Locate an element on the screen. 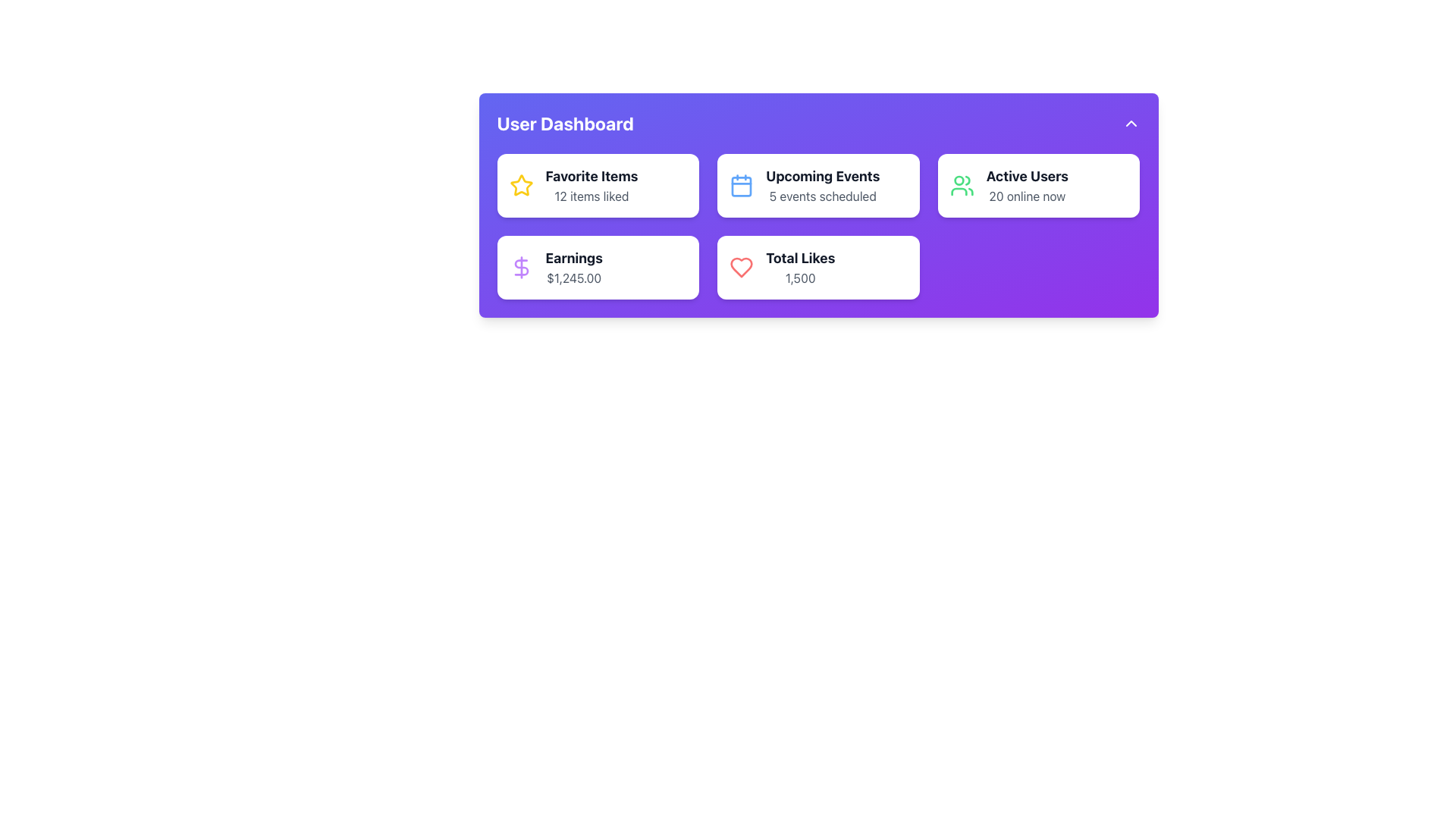 This screenshot has height=819, width=1456. the Informational card that displays financial information on earnings, located in the second row of the grid layout, leftmost column, below the 'Favorite Items' card is located at coordinates (597, 267).